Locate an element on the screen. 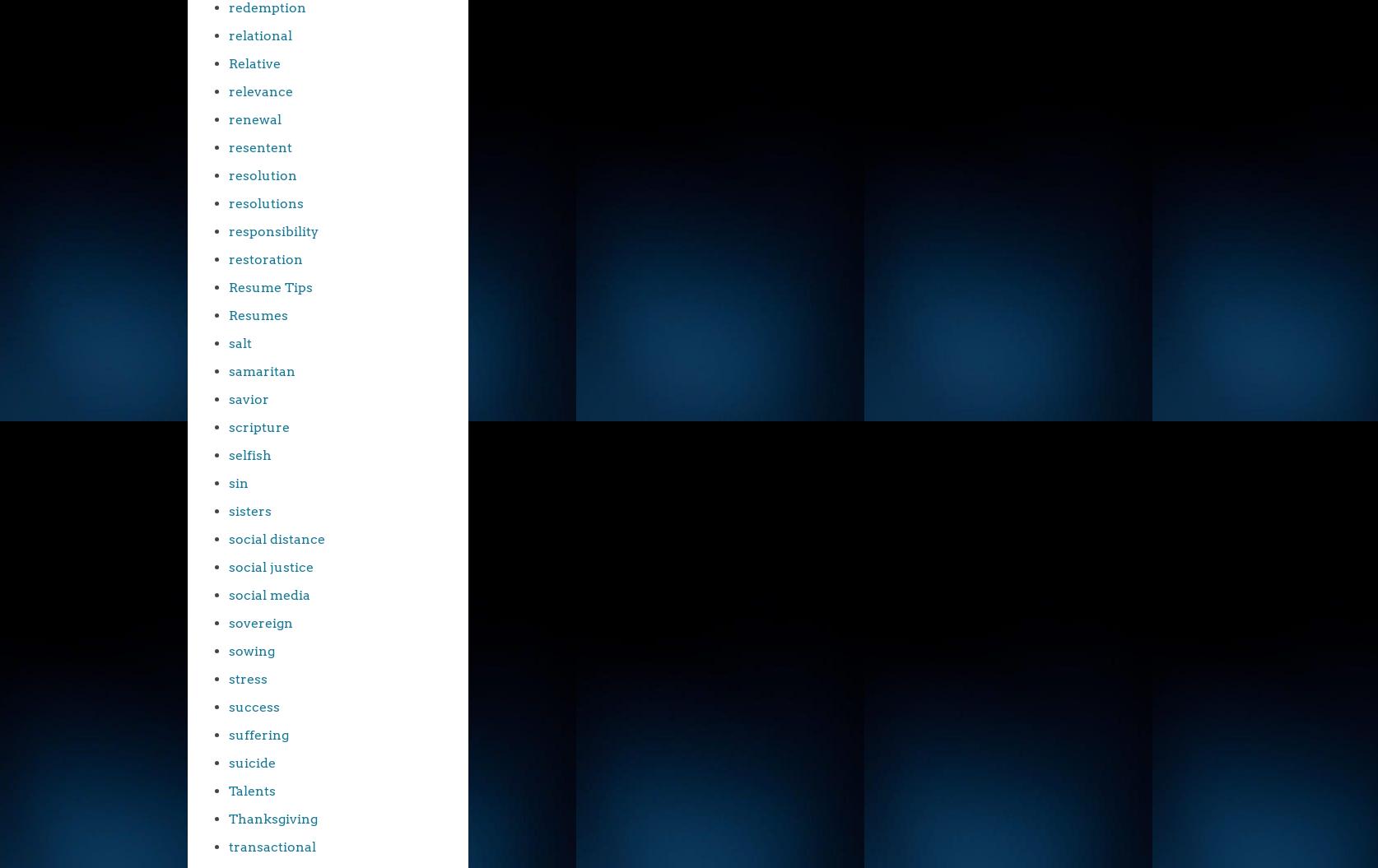  'savior' is located at coordinates (249, 399).